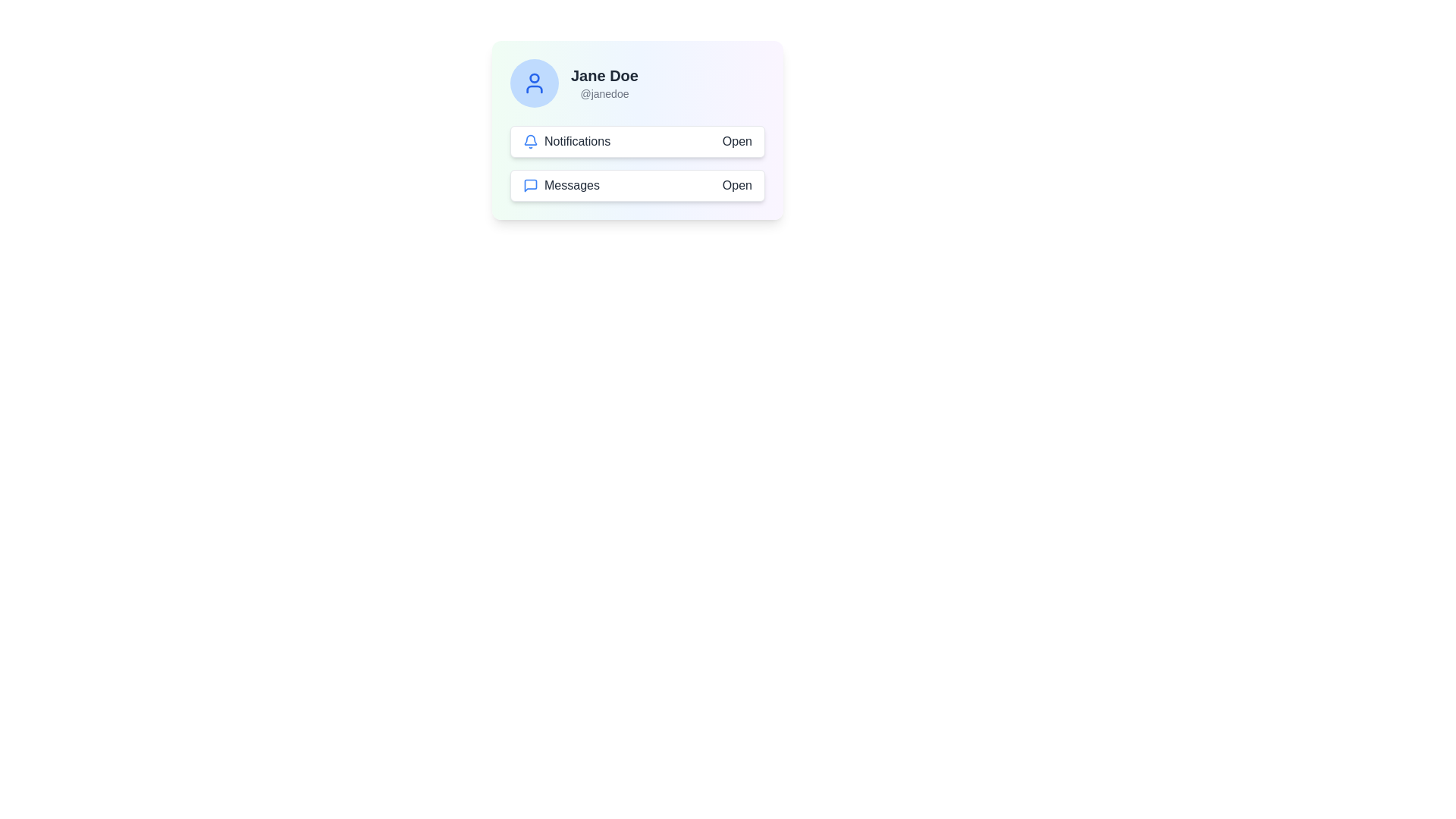  What do you see at coordinates (604, 76) in the screenshot?
I see `content displayed in the text label showing 'Jane Doe', which is located above the username '@janedoe' in the profile card section` at bounding box center [604, 76].